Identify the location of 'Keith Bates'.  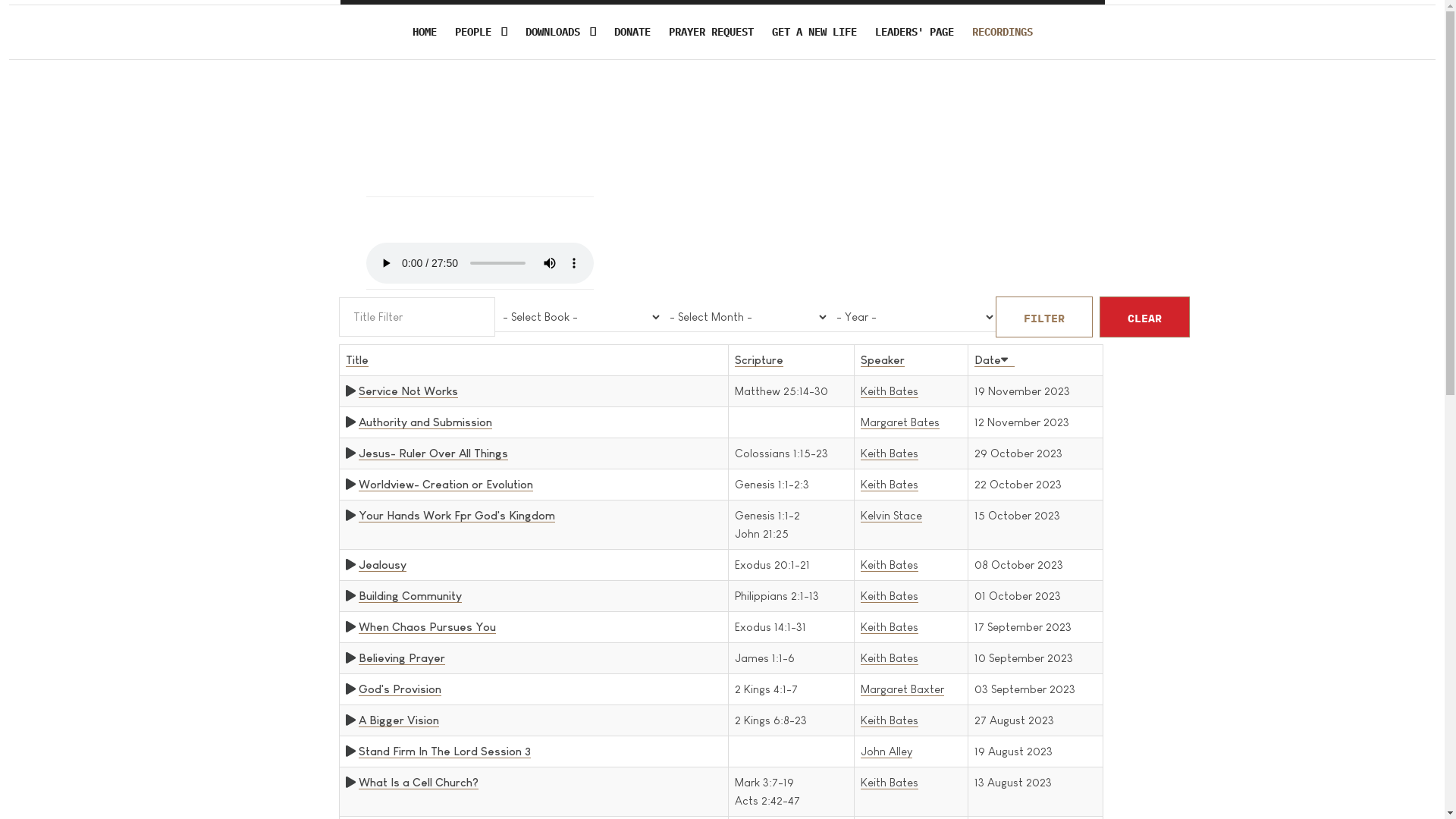
(889, 626).